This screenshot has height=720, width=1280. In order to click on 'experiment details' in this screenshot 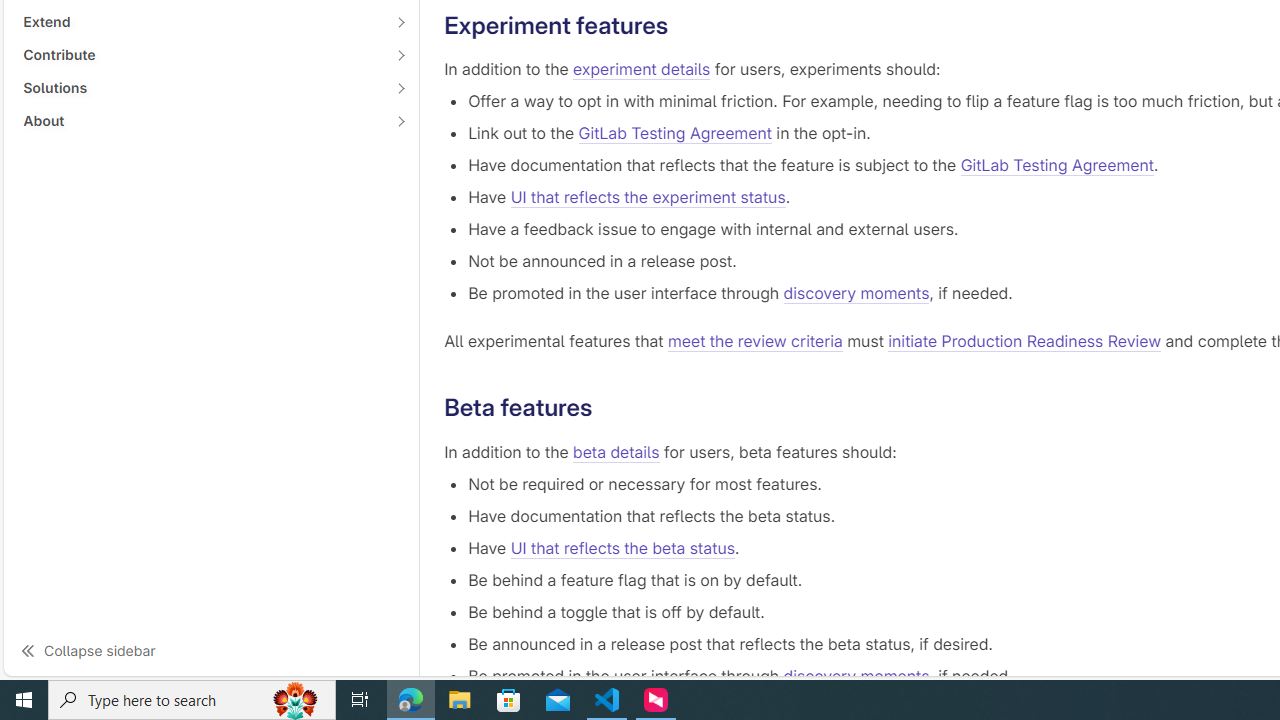, I will do `click(641, 68)`.